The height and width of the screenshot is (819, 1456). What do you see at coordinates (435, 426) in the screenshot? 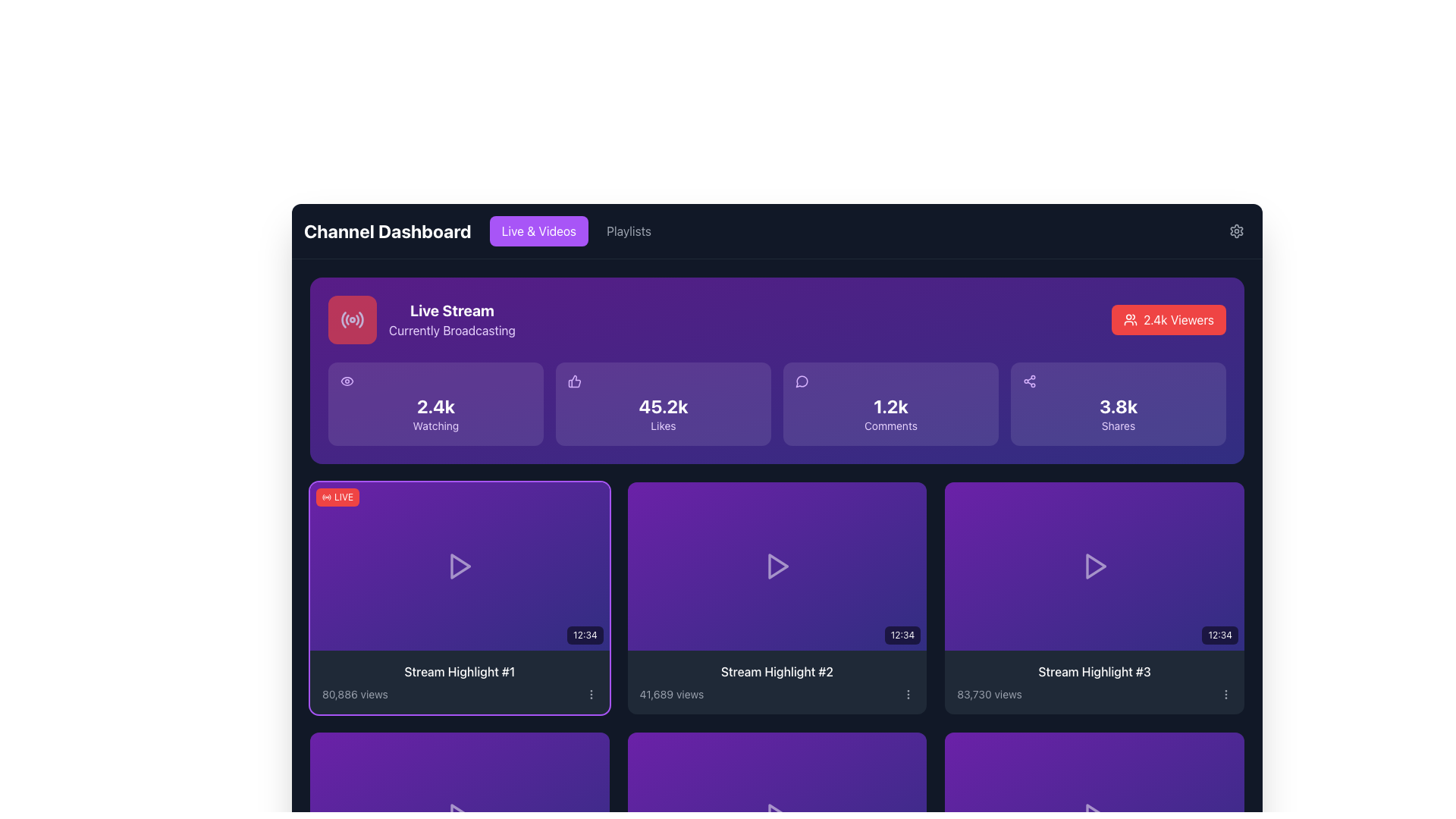
I see `the text label 'Watching' in purple font color, which is located beneath the bold white numeric value '2.4k' and is the last element in its information card` at bounding box center [435, 426].